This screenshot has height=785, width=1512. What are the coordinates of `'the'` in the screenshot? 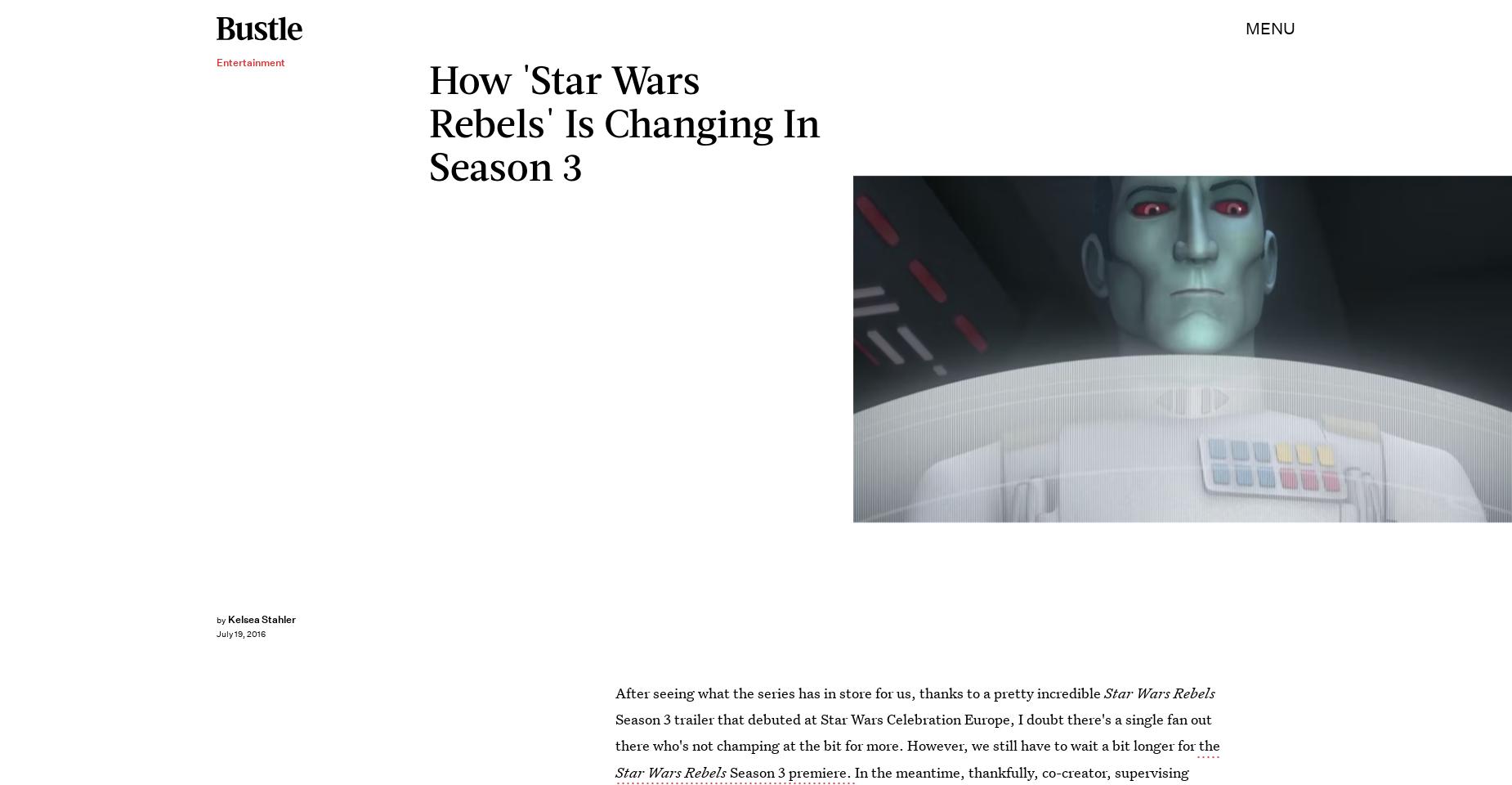 It's located at (1207, 745).